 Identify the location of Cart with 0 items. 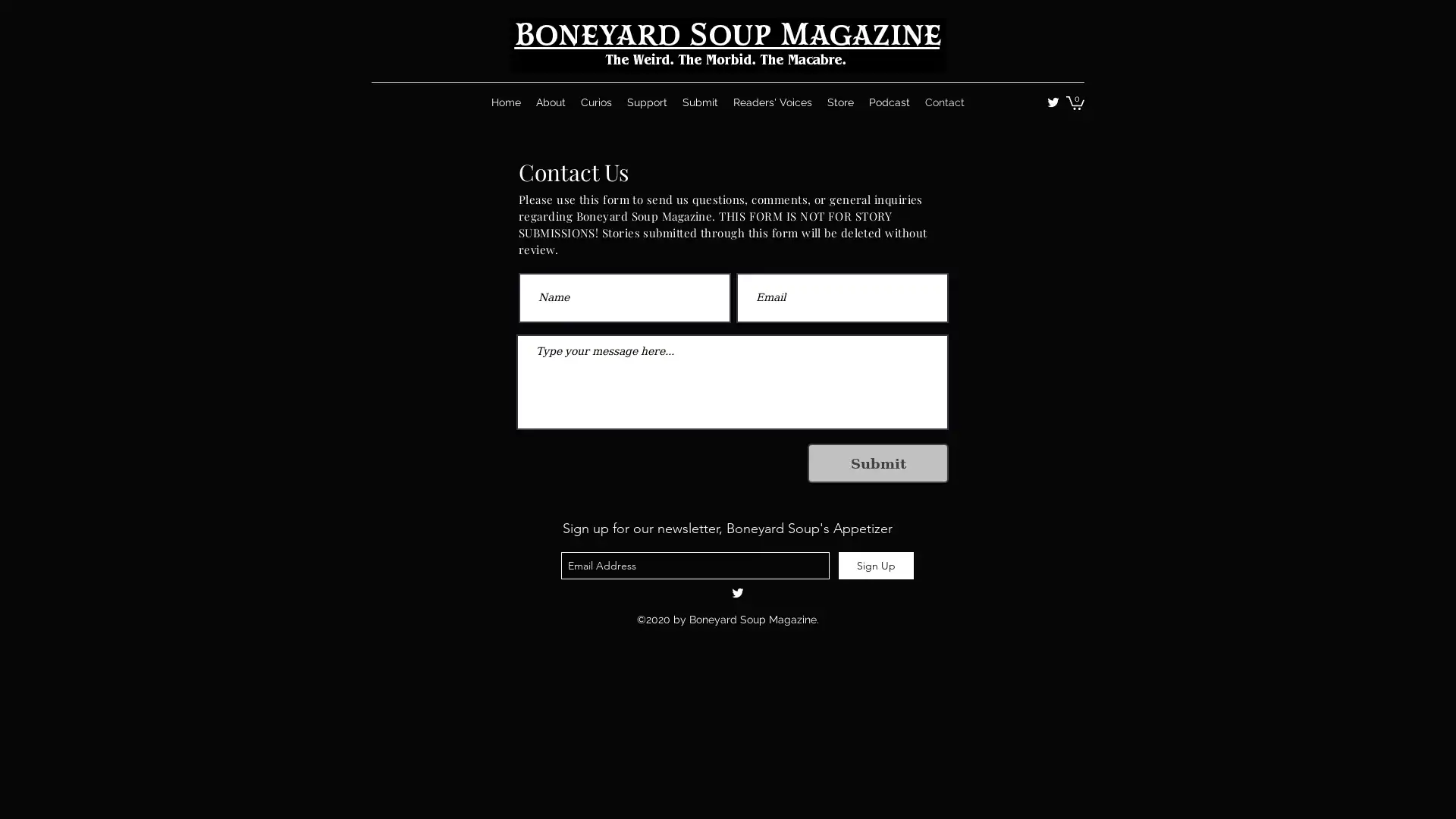
(1074, 102).